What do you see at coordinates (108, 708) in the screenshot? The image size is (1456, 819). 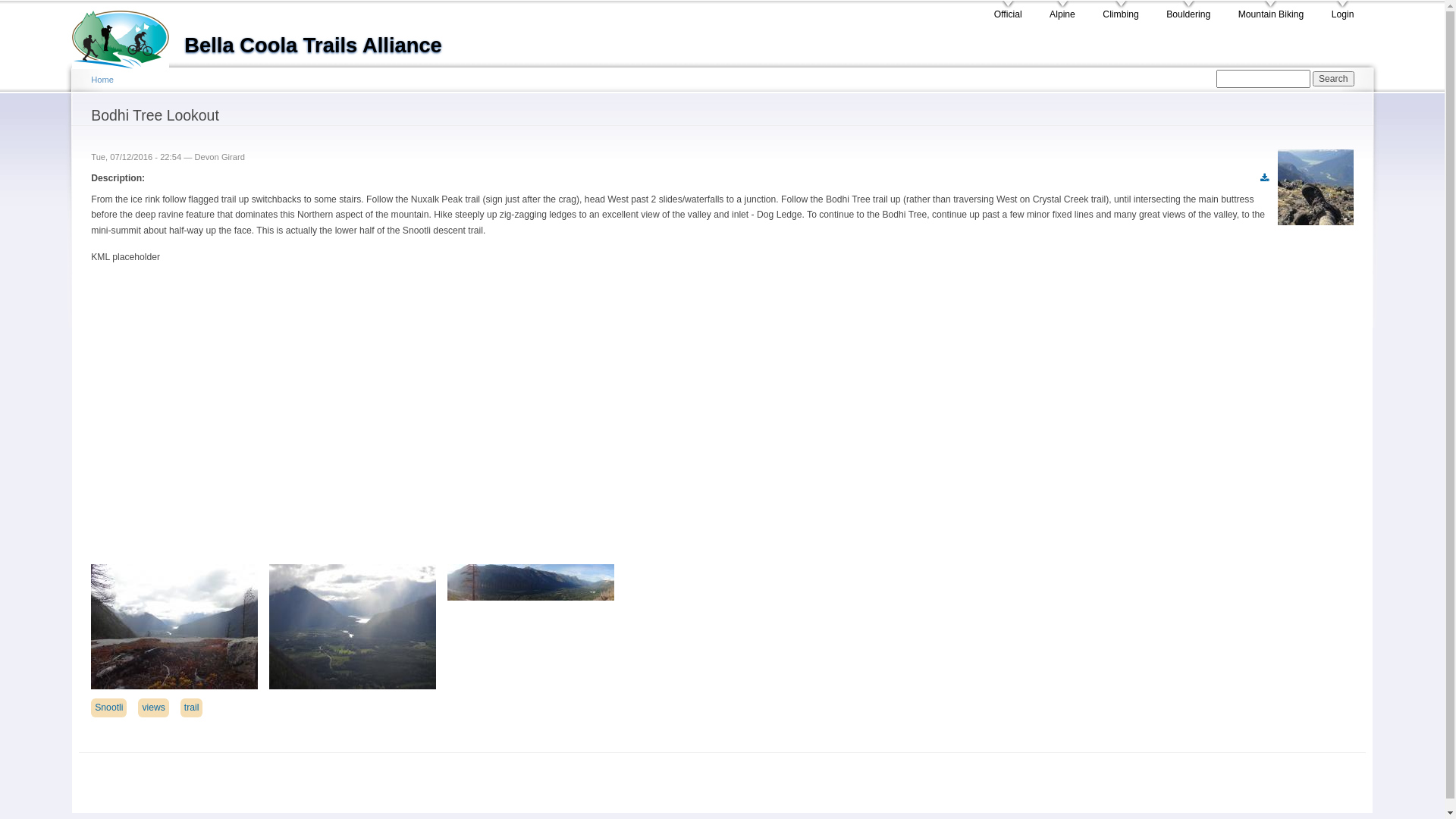 I see `'Snootli'` at bounding box center [108, 708].